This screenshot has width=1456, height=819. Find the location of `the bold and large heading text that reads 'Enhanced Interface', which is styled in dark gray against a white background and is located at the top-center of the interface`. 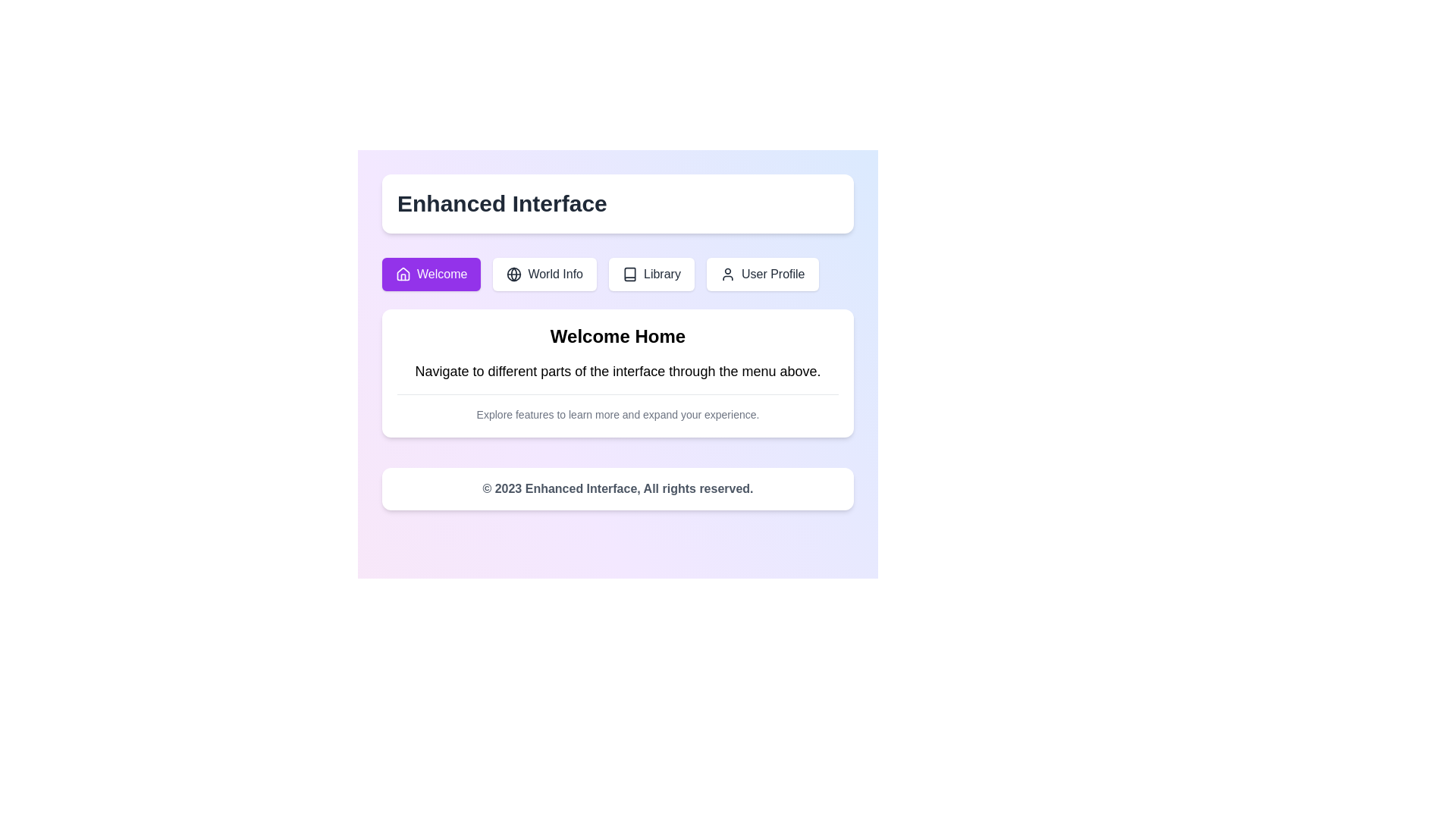

the bold and large heading text that reads 'Enhanced Interface', which is styled in dark gray against a white background and is located at the top-center of the interface is located at coordinates (502, 202).